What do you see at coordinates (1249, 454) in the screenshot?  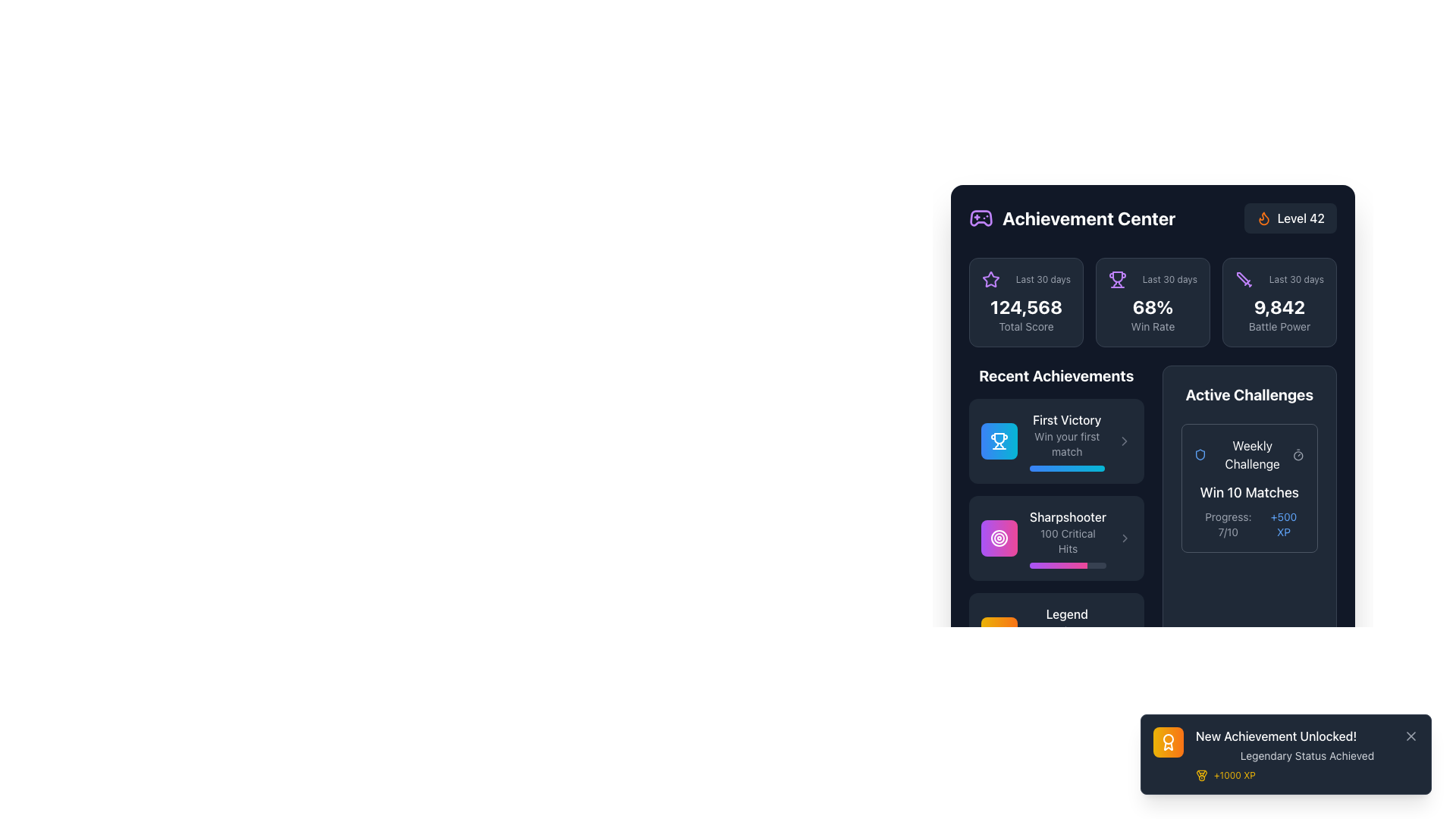 I see `the text label indicating the title of the active challenge, which is part of the first challenge card in the 'Active Challenges' section on the right side of the interface` at bounding box center [1249, 454].